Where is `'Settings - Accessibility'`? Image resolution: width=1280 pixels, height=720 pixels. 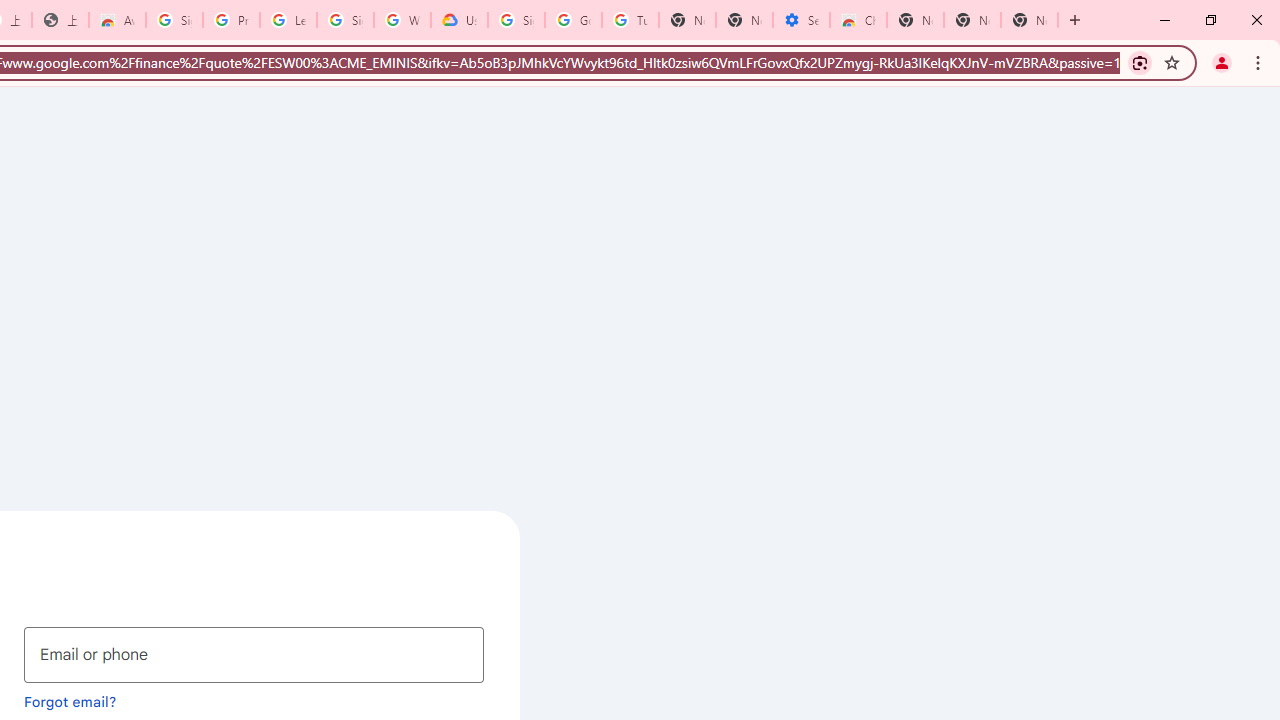 'Settings - Accessibility' is located at coordinates (801, 20).